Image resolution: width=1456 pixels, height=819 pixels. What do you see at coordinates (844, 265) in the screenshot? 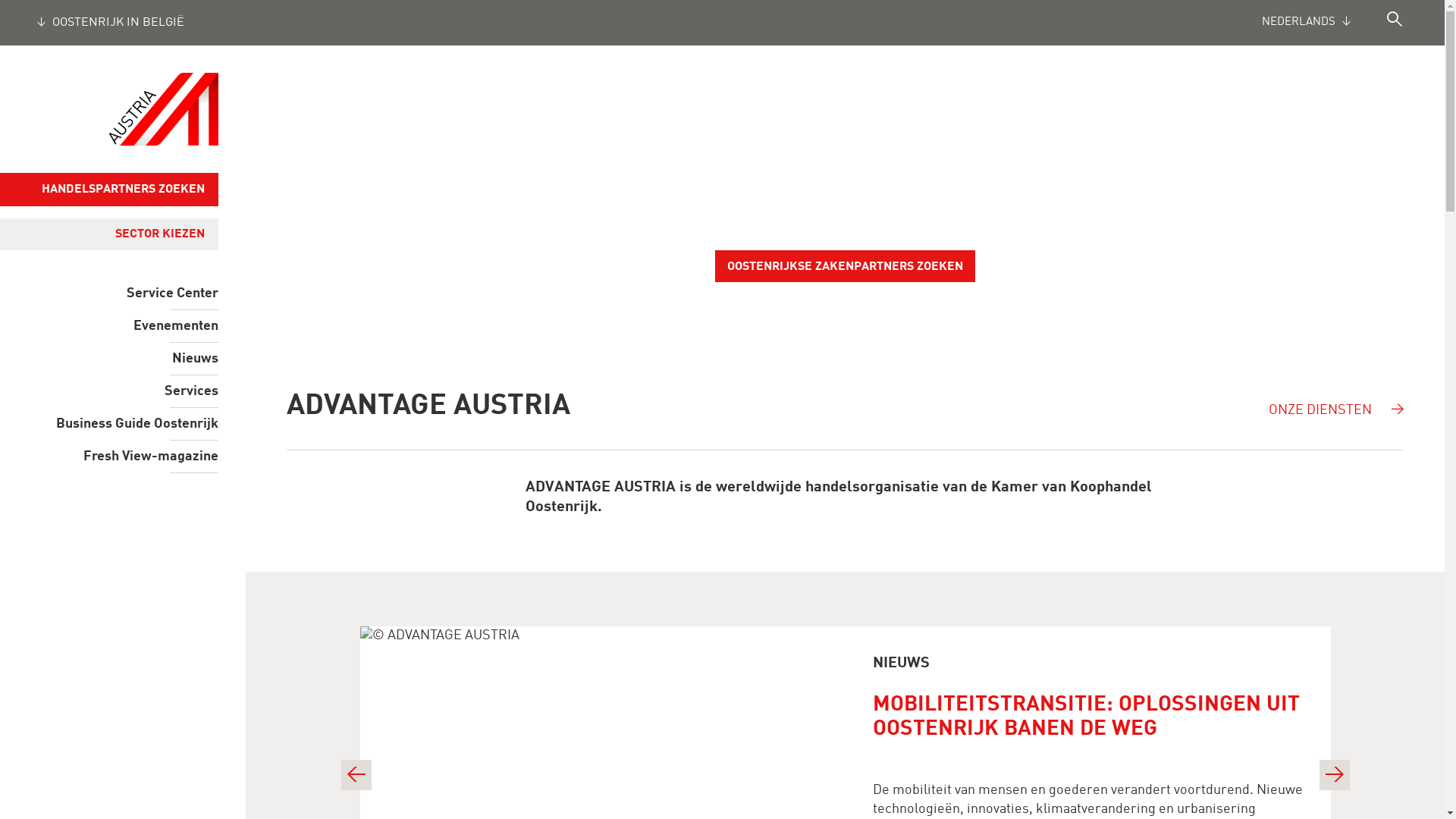
I see `'OOSTENRIJKSE ZAKENPARTNERS ZOEKEN'` at bounding box center [844, 265].